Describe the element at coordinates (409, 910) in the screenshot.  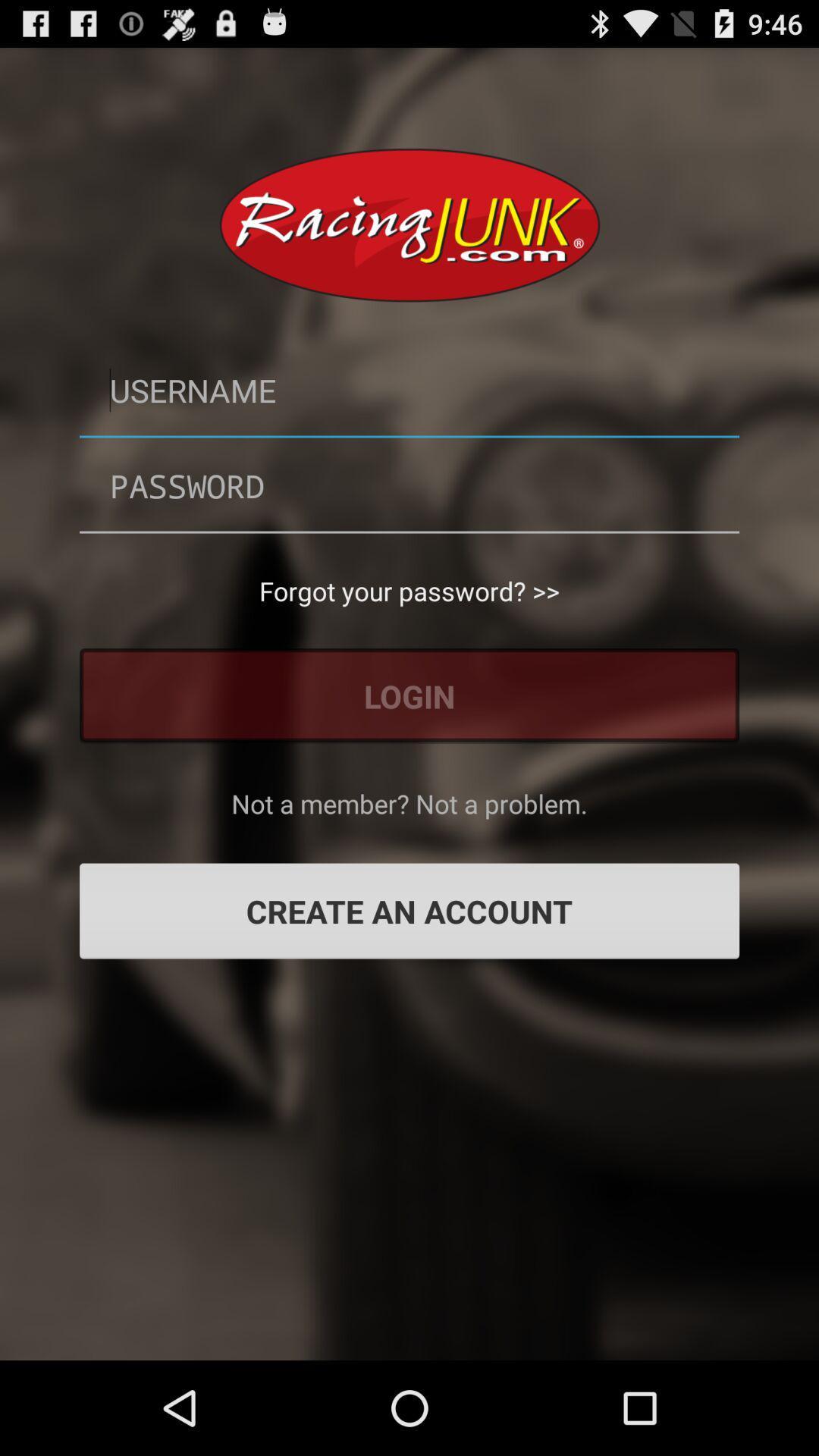
I see `item below the not a member` at that location.